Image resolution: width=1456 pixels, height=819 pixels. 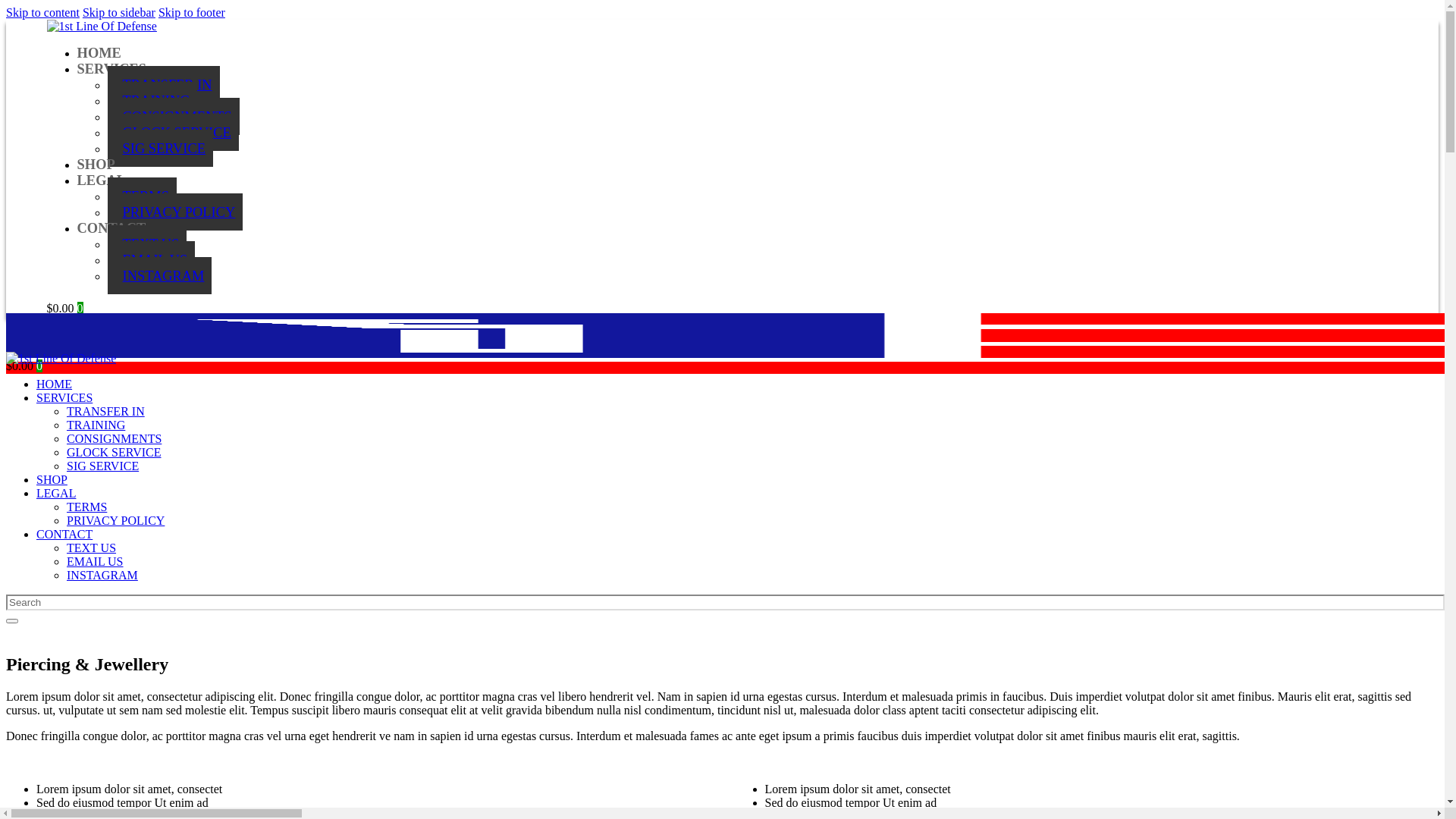 What do you see at coordinates (175, 212) in the screenshot?
I see `'PRIVACY POLICY'` at bounding box center [175, 212].